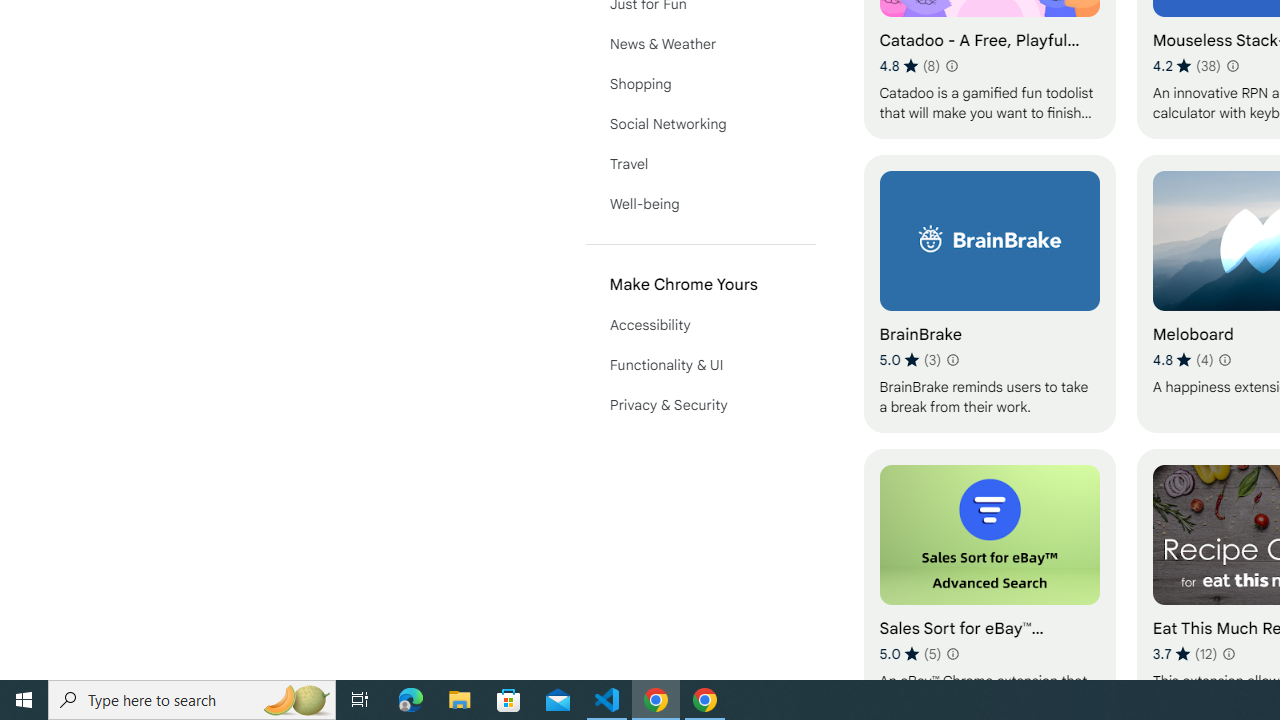 This screenshot has height=720, width=1280. Describe the element at coordinates (1187, 65) in the screenshot. I see `'Average rating 4.2 out of 5 stars. 38 ratings.'` at that location.